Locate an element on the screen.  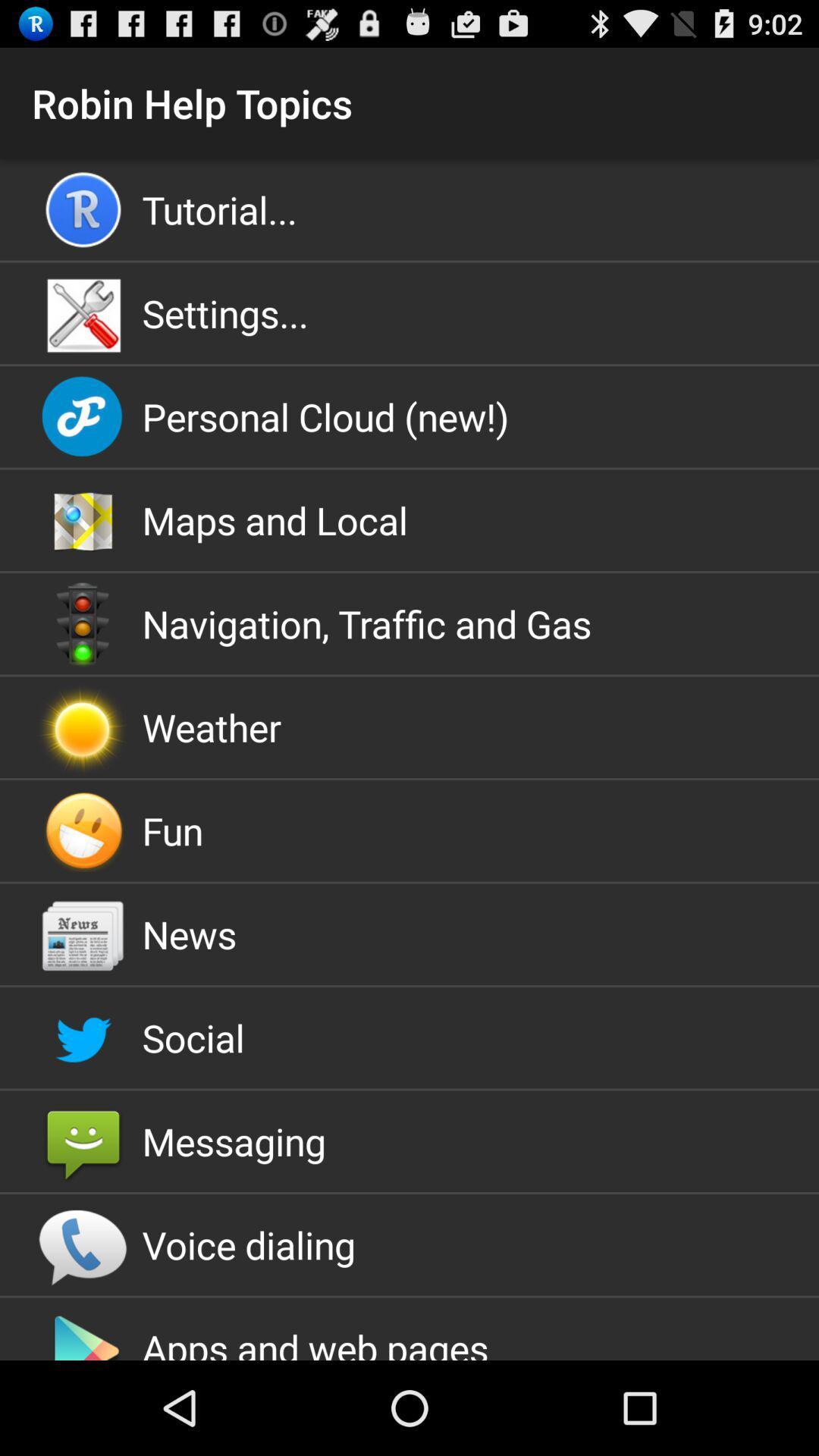
icon below  social item is located at coordinates (409, 1141).